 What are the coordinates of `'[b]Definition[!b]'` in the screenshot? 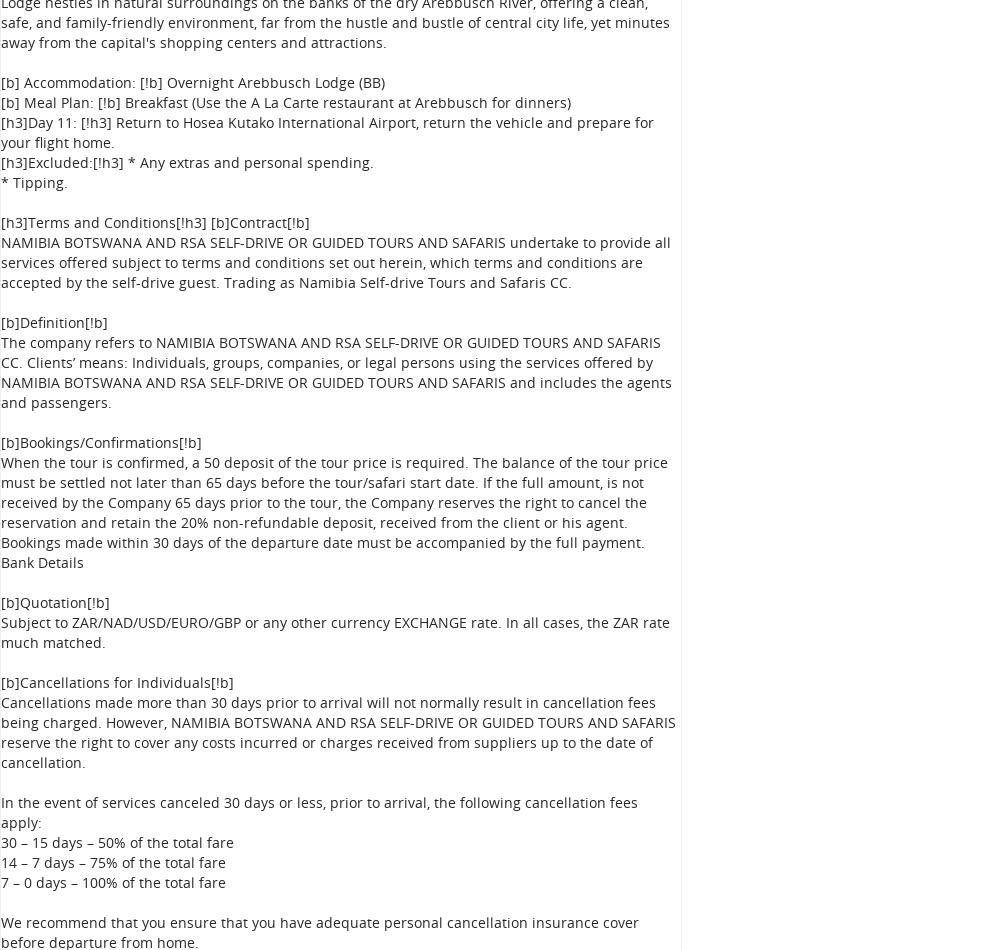 It's located at (0, 321).